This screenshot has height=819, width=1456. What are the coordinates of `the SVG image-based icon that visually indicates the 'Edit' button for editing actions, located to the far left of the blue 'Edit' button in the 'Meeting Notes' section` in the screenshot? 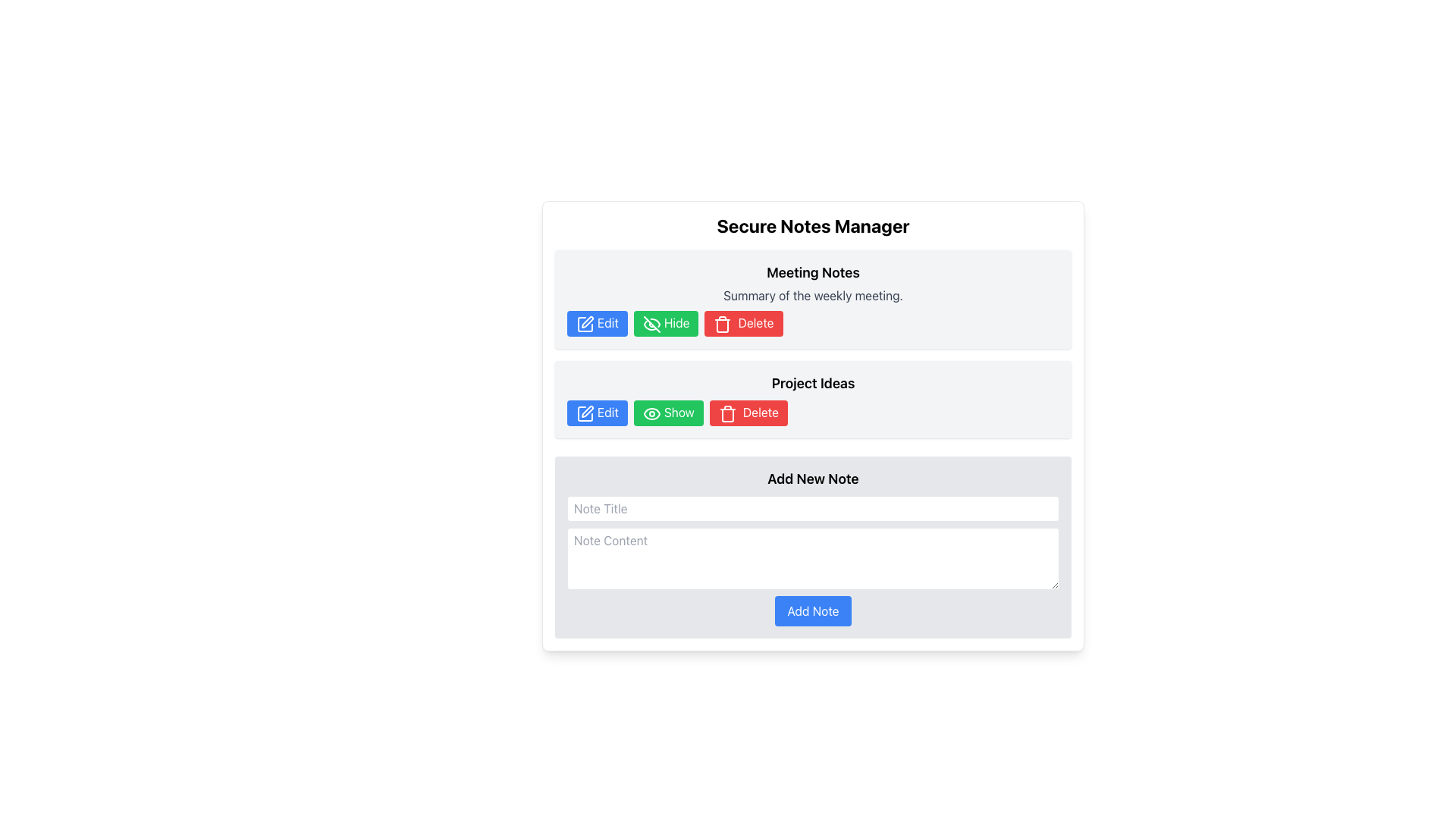 It's located at (585, 323).